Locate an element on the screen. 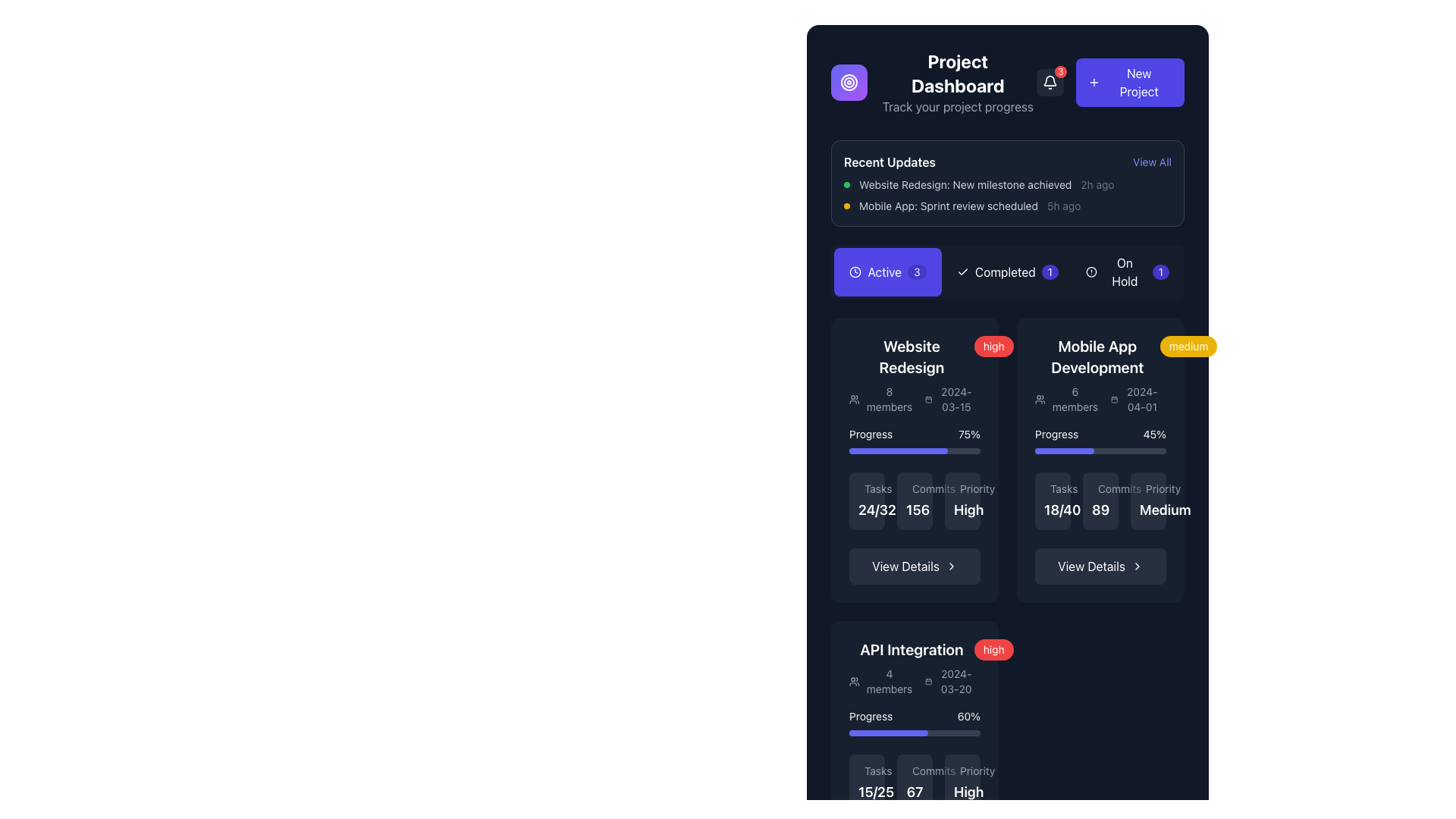  the Text element that conveys a summary or title of an update located in the 'Recent Updates' section, positioned to the left of the timestamp and to the right of a green circular badge is located at coordinates (965, 184).